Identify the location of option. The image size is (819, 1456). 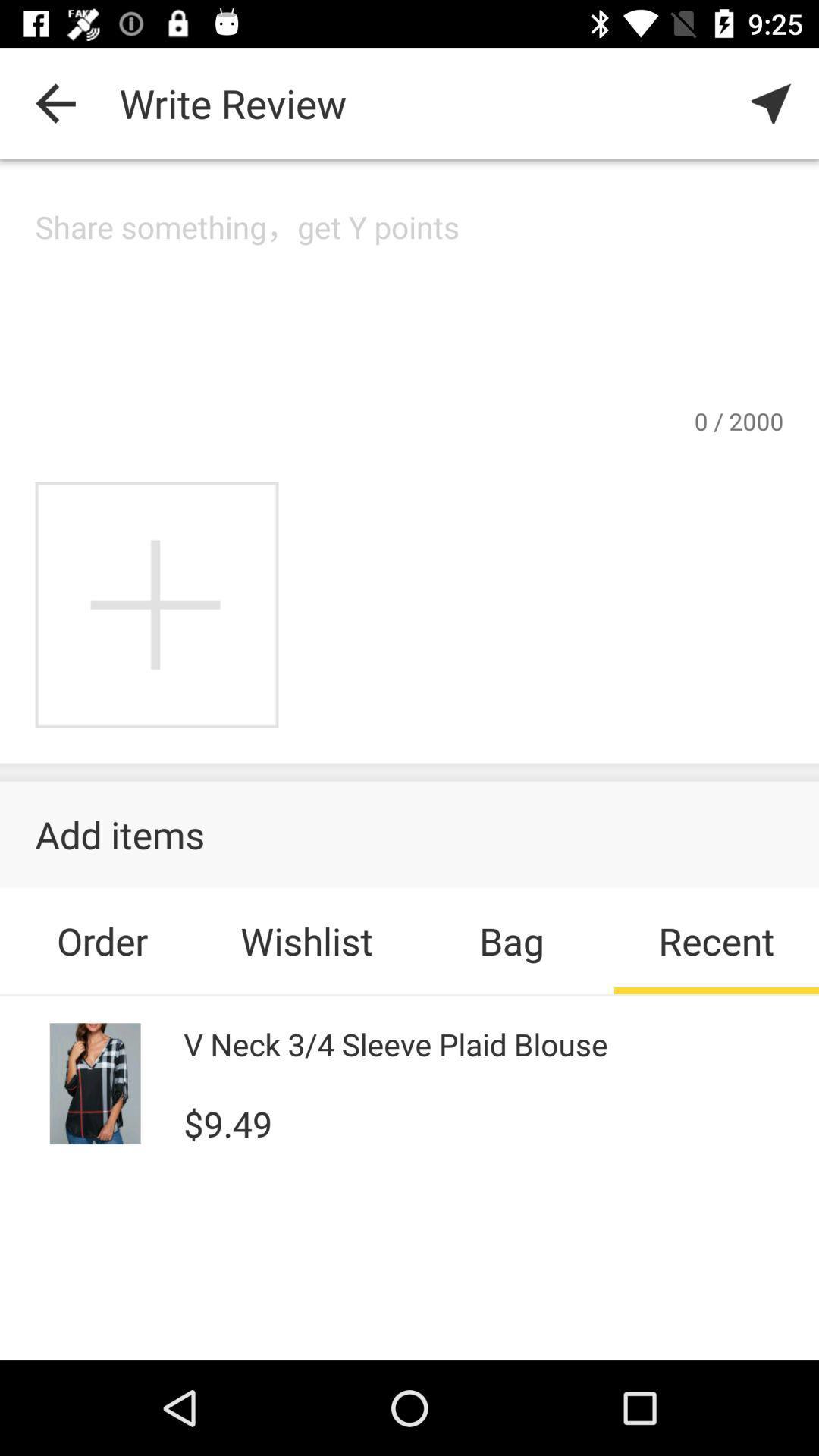
(157, 604).